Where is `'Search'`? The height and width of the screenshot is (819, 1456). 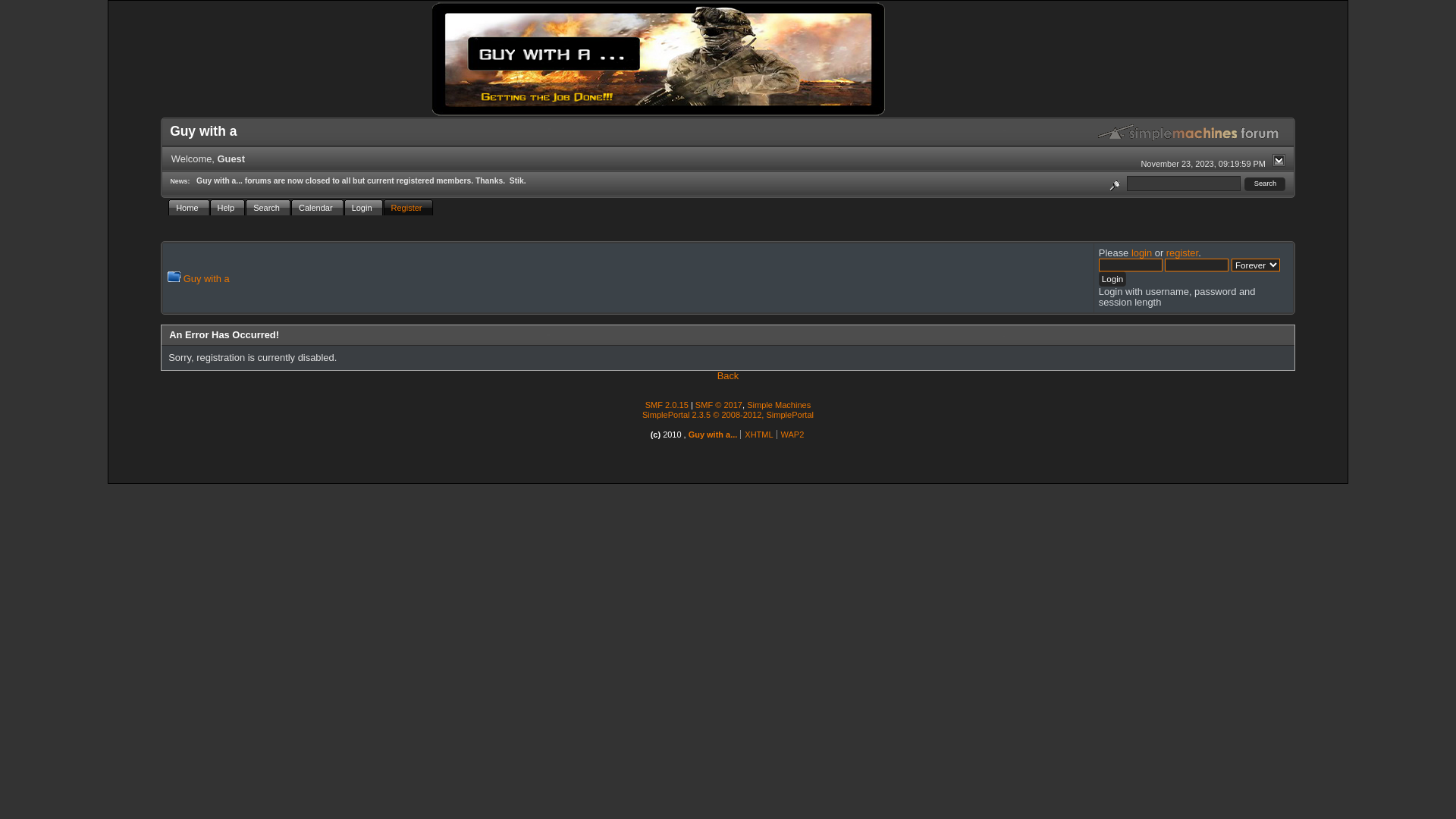 'Search' is located at coordinates (246, 207).